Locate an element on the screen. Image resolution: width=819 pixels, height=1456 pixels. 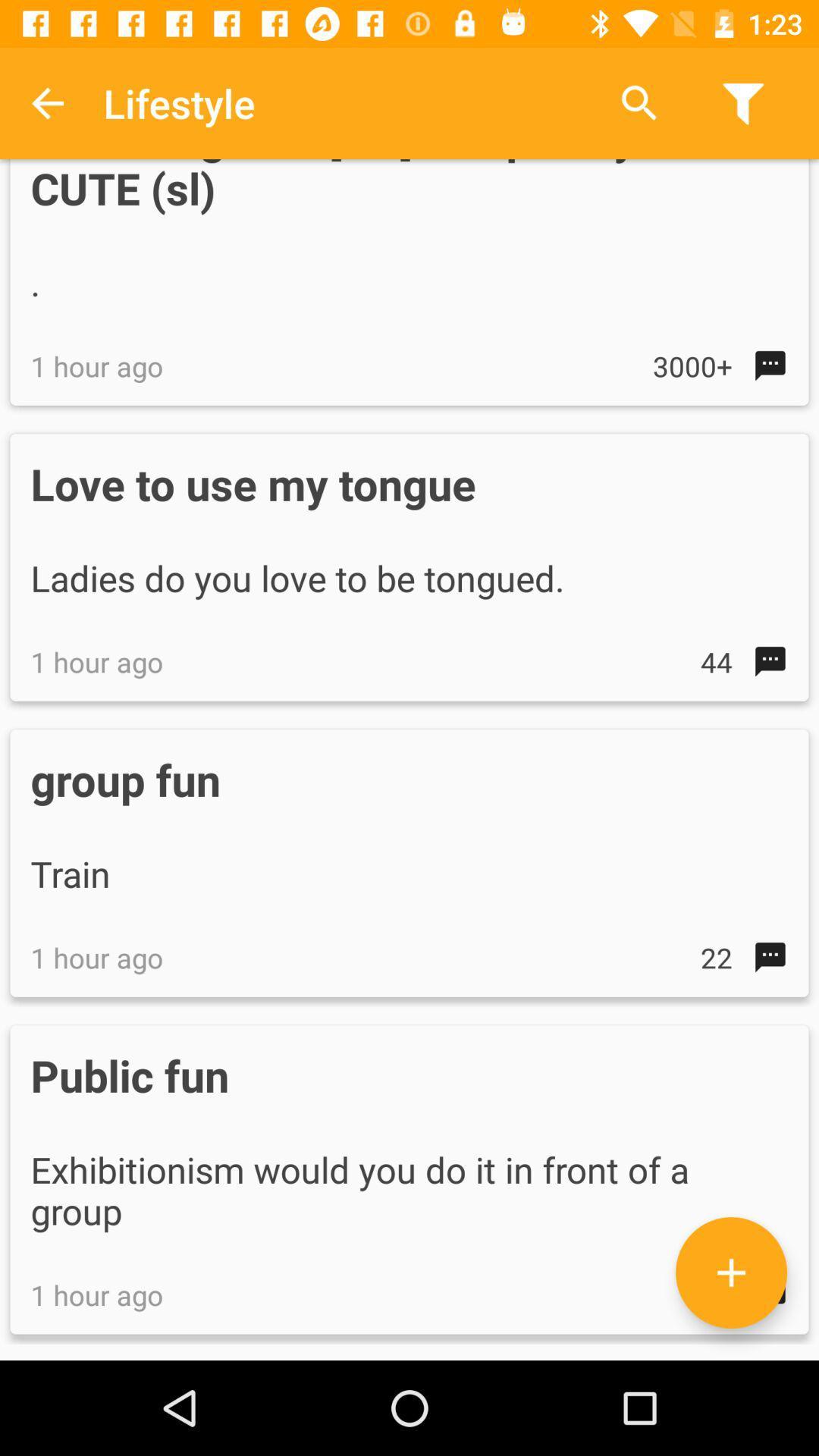
icon next to lifestyle icon is located at coordinates (46, 102).